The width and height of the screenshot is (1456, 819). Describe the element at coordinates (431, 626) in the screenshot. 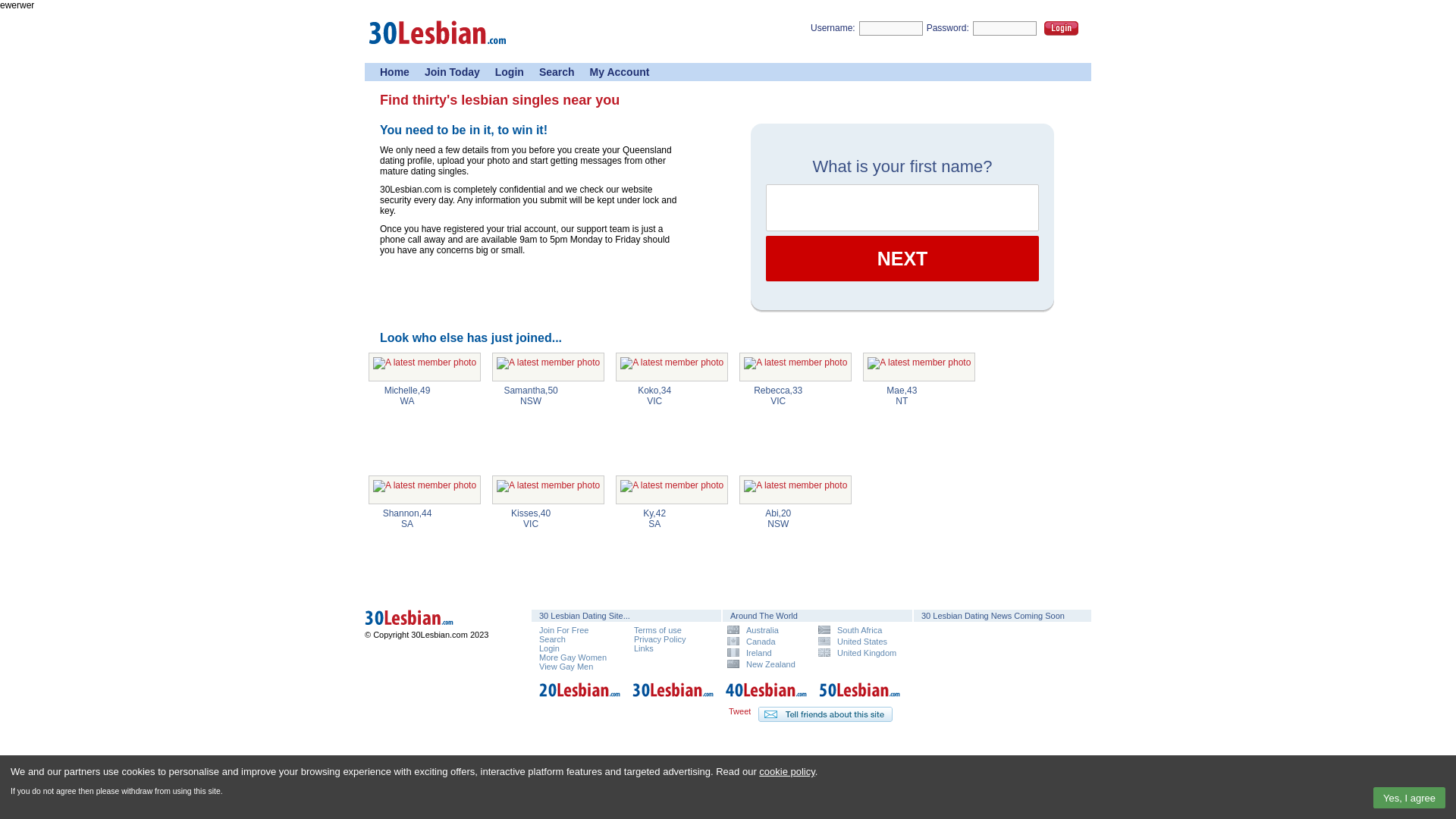

I see `'30 Lesbian Dating Australia'` at that location.